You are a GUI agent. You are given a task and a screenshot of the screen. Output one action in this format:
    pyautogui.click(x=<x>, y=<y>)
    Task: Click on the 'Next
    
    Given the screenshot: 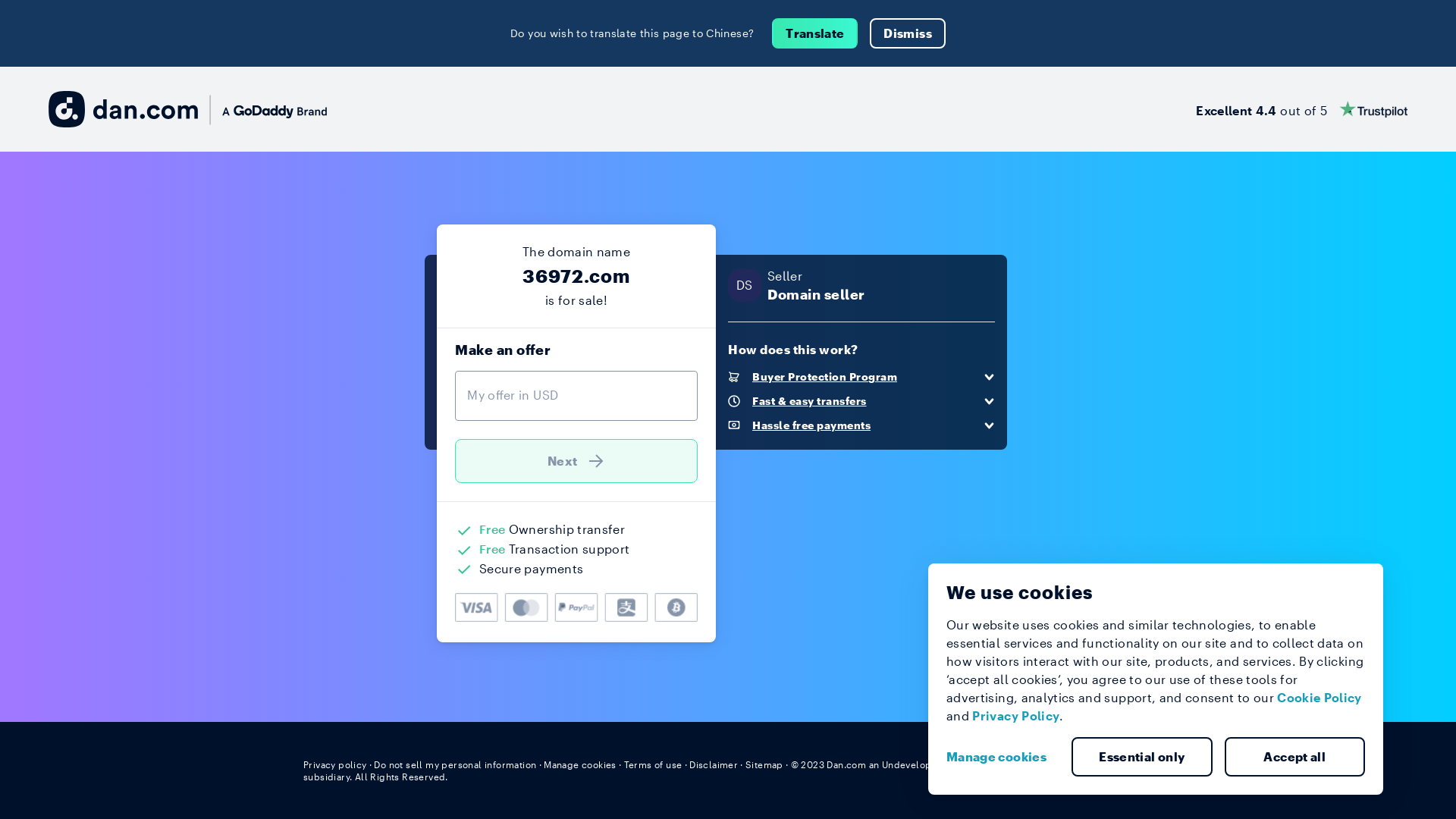 What is the action you would take?
    pyautogui.click(x=575, y=460)
    